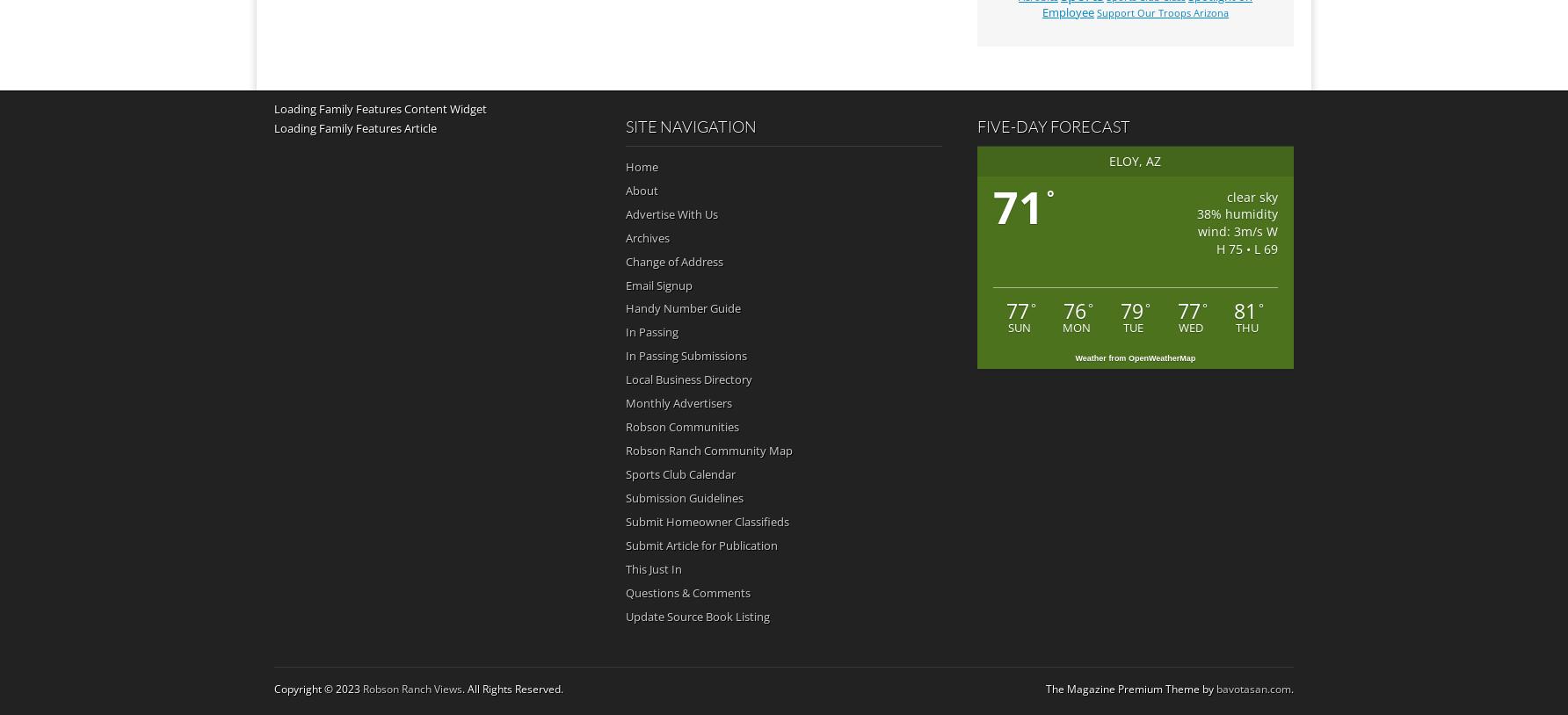 The image size is (1568, 715). I want to click on 'Site Navigation', so click(689, 125).